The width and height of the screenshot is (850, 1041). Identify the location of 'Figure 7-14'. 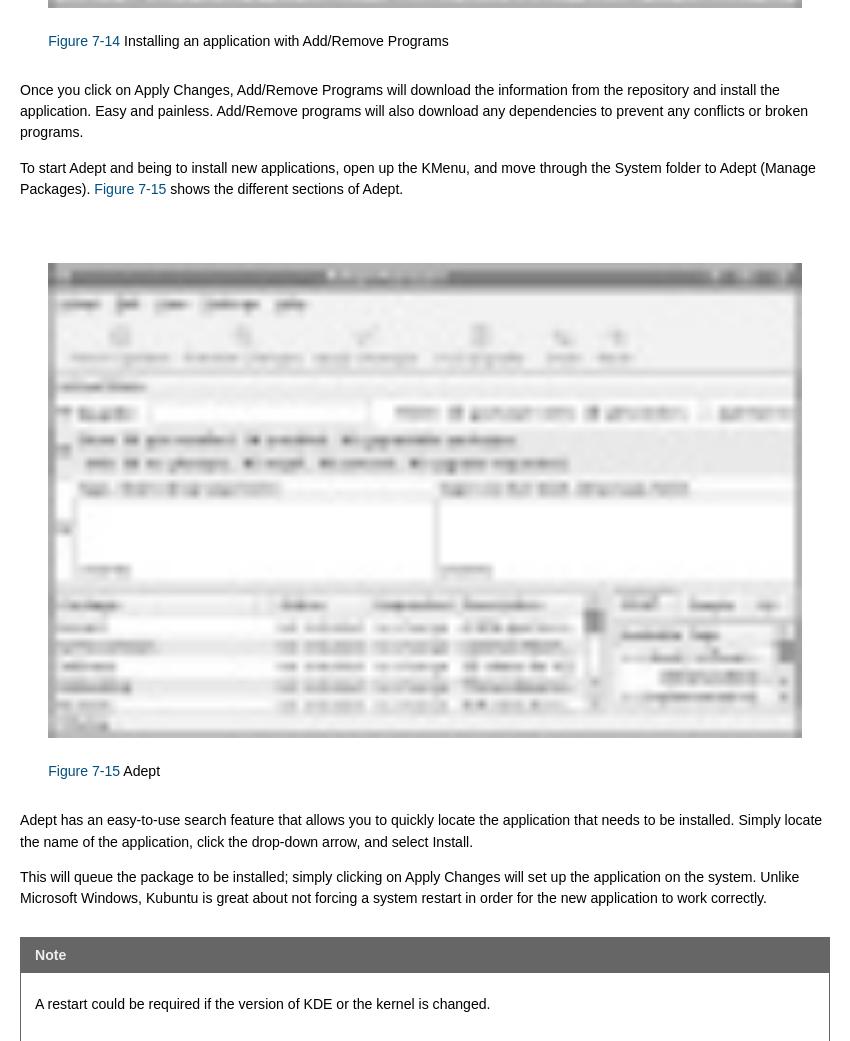
(48, 38).